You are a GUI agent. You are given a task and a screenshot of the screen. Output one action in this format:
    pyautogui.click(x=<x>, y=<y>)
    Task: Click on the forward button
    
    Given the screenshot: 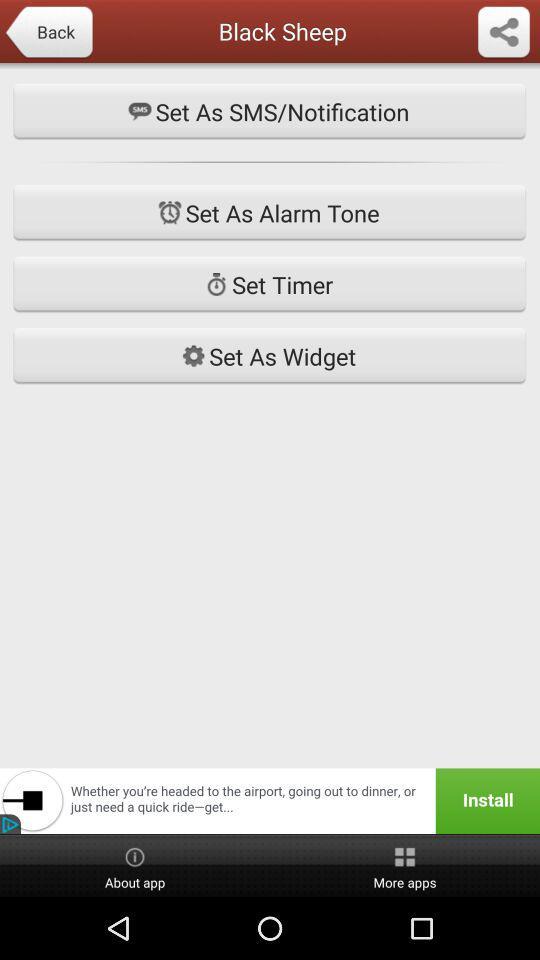 What is the action you would take?
    pyautogui.click(x=502, y=32)
    